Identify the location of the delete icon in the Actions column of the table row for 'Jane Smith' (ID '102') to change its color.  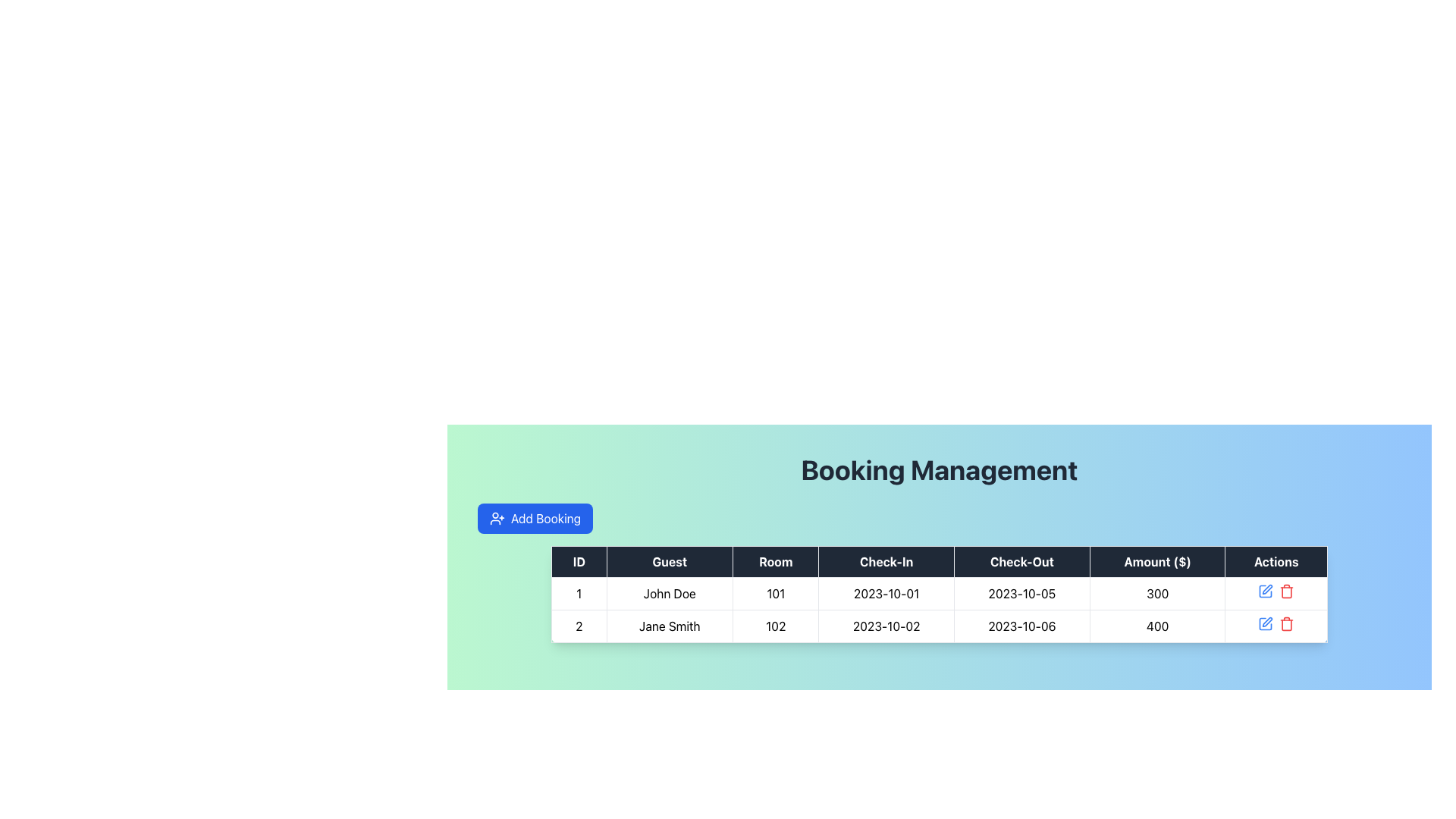
(1276, 626).